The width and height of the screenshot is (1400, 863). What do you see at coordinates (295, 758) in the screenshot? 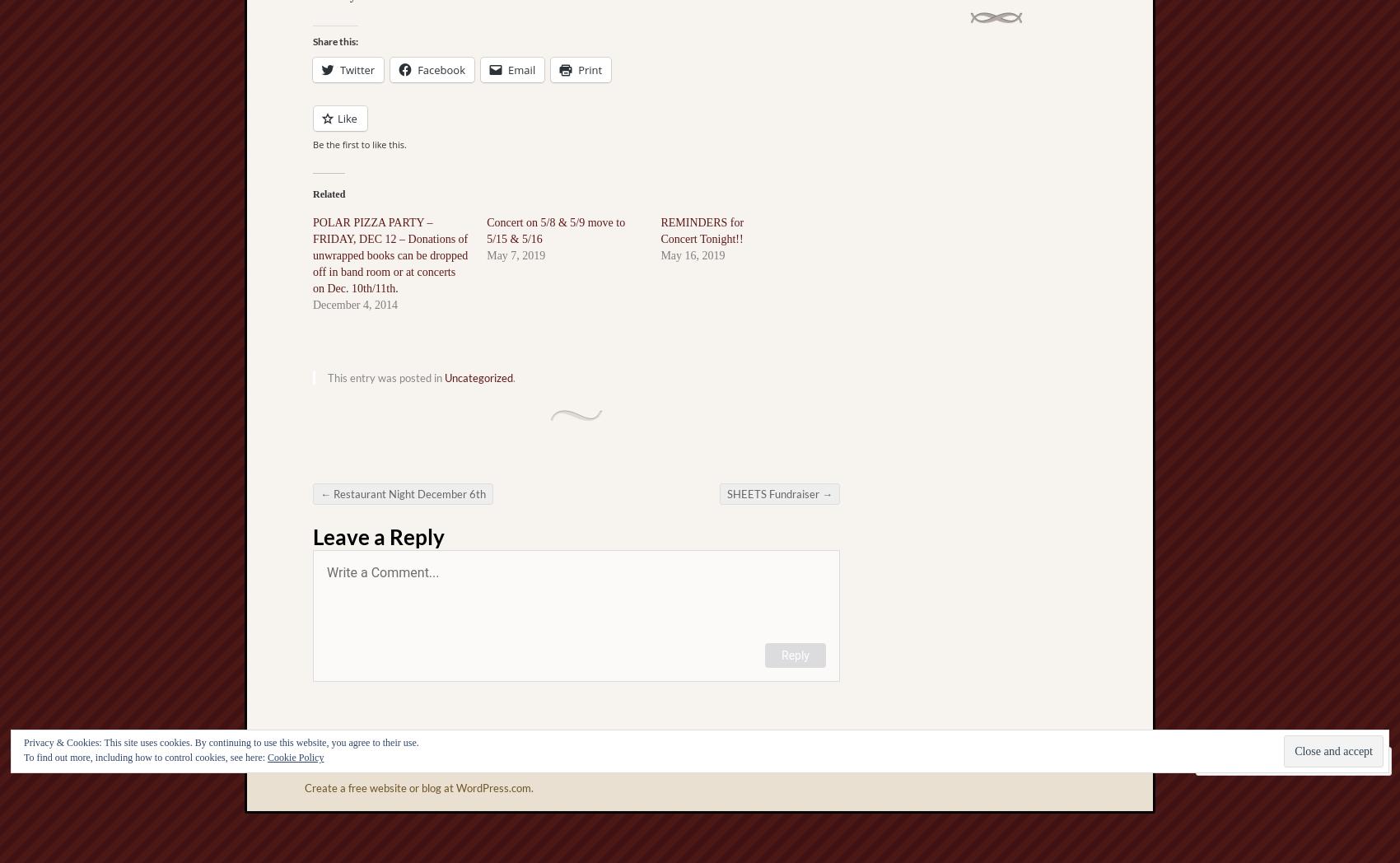
I see `'Cookie Policy'` at bounding box center [295, 758].